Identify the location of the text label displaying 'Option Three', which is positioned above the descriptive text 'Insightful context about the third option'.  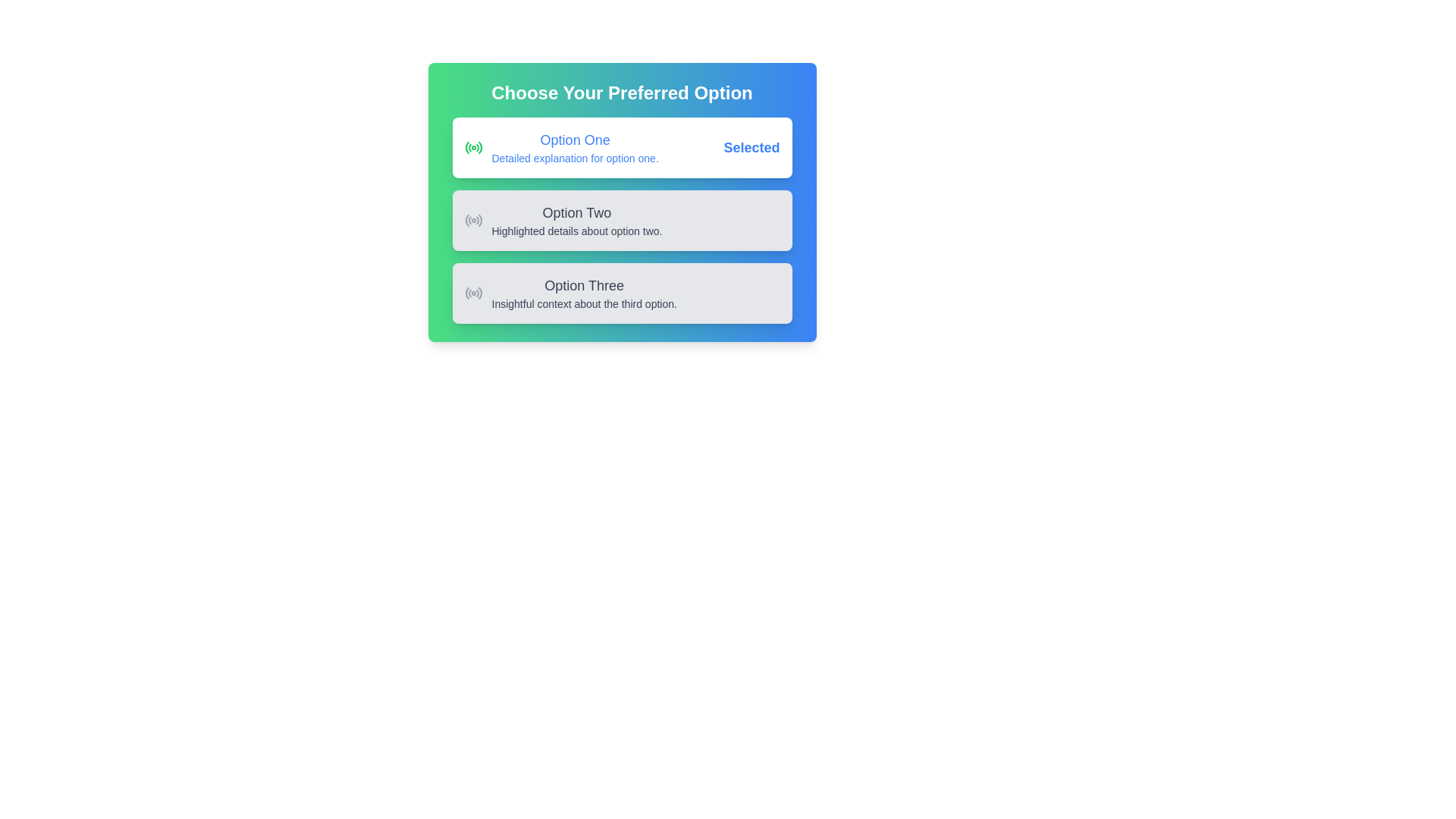
(583, 286).